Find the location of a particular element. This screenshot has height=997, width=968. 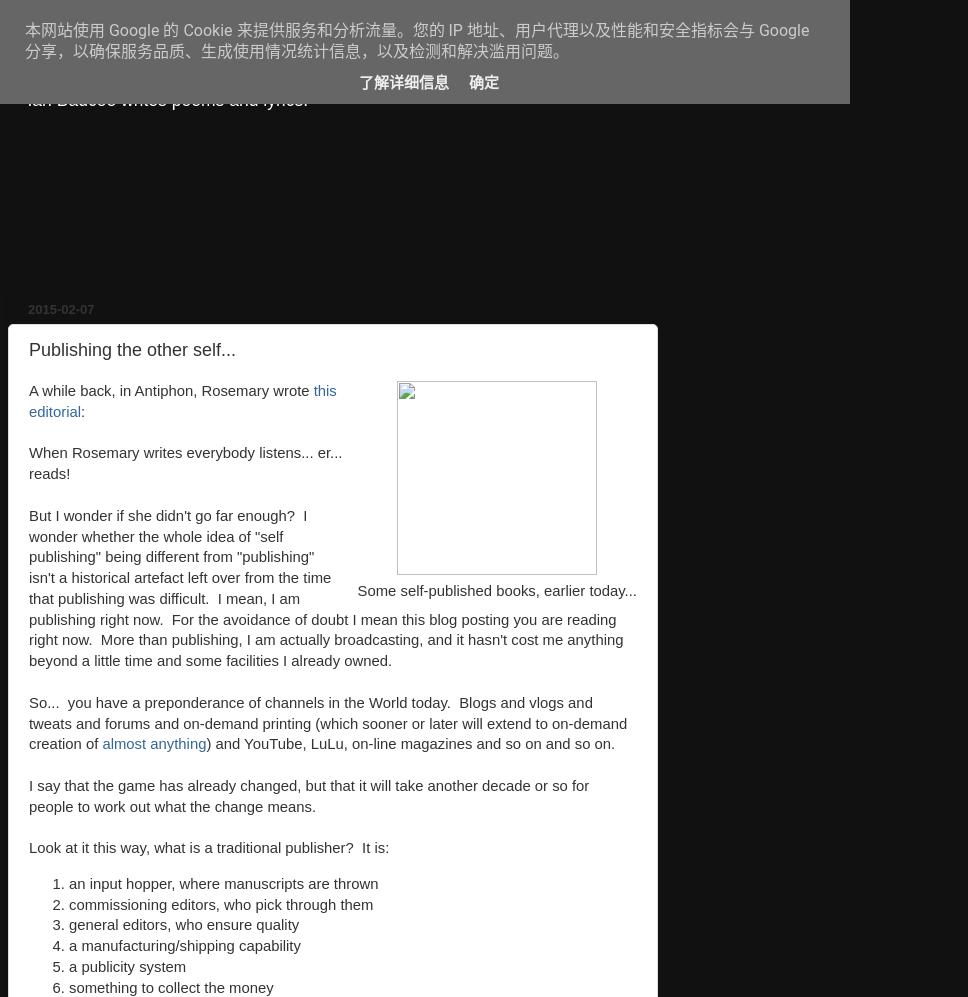

'almost anything' is located at coordinates (153, 743).